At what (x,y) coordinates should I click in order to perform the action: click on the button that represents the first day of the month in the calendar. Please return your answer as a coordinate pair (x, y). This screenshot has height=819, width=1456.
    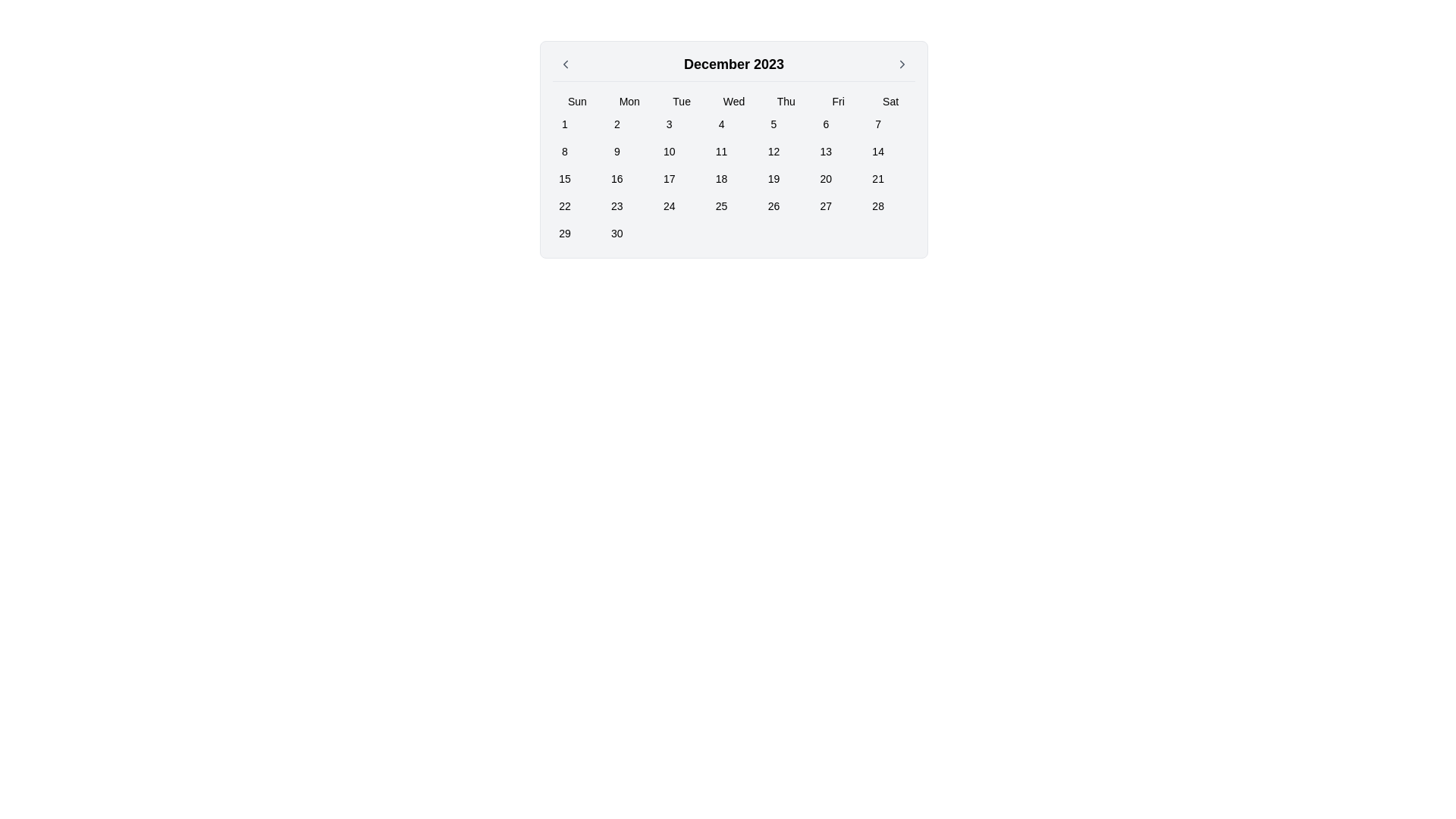
    Looking at the image, I should click on (563, 124).